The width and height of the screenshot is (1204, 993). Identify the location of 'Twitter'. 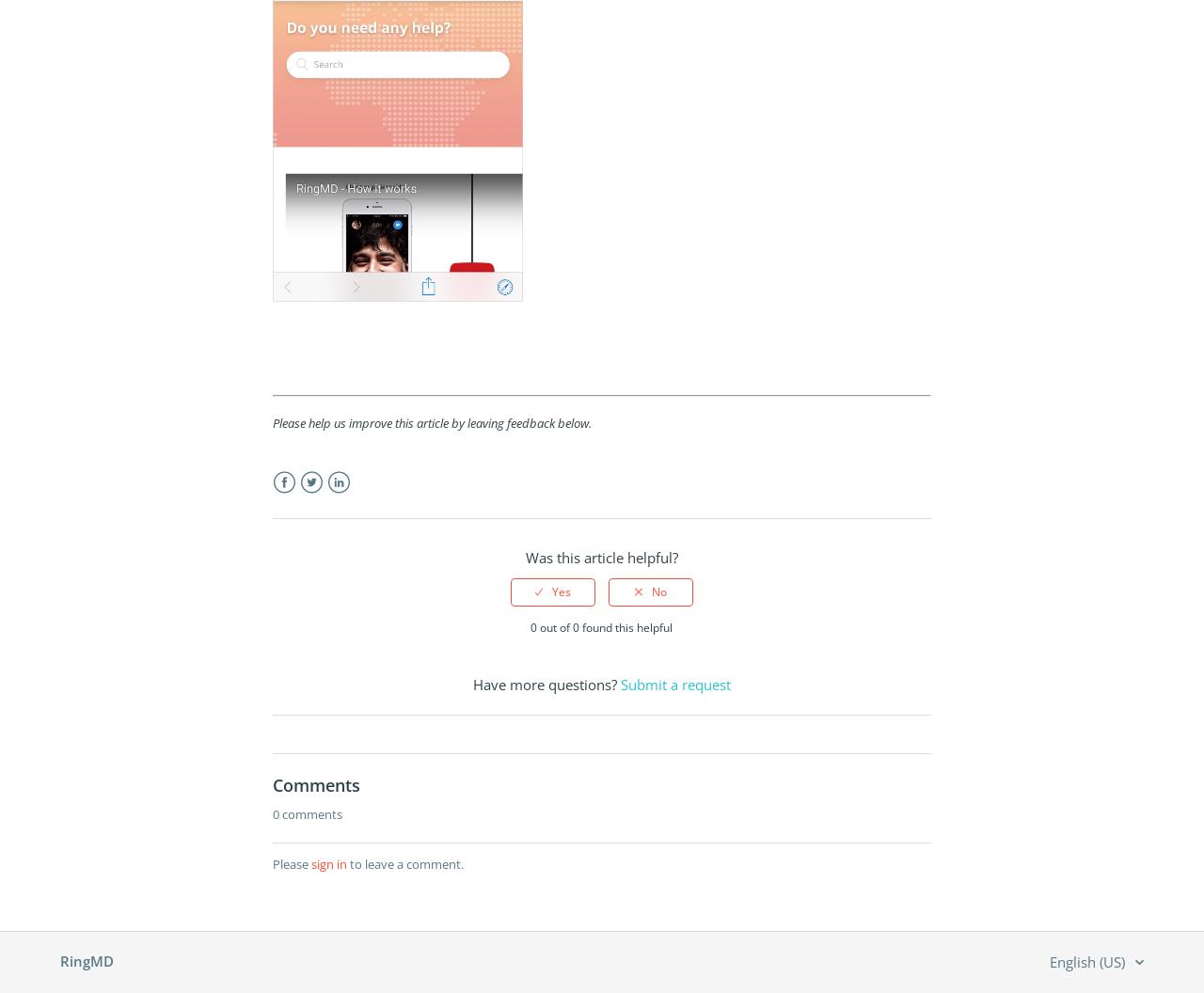
(322, 502).